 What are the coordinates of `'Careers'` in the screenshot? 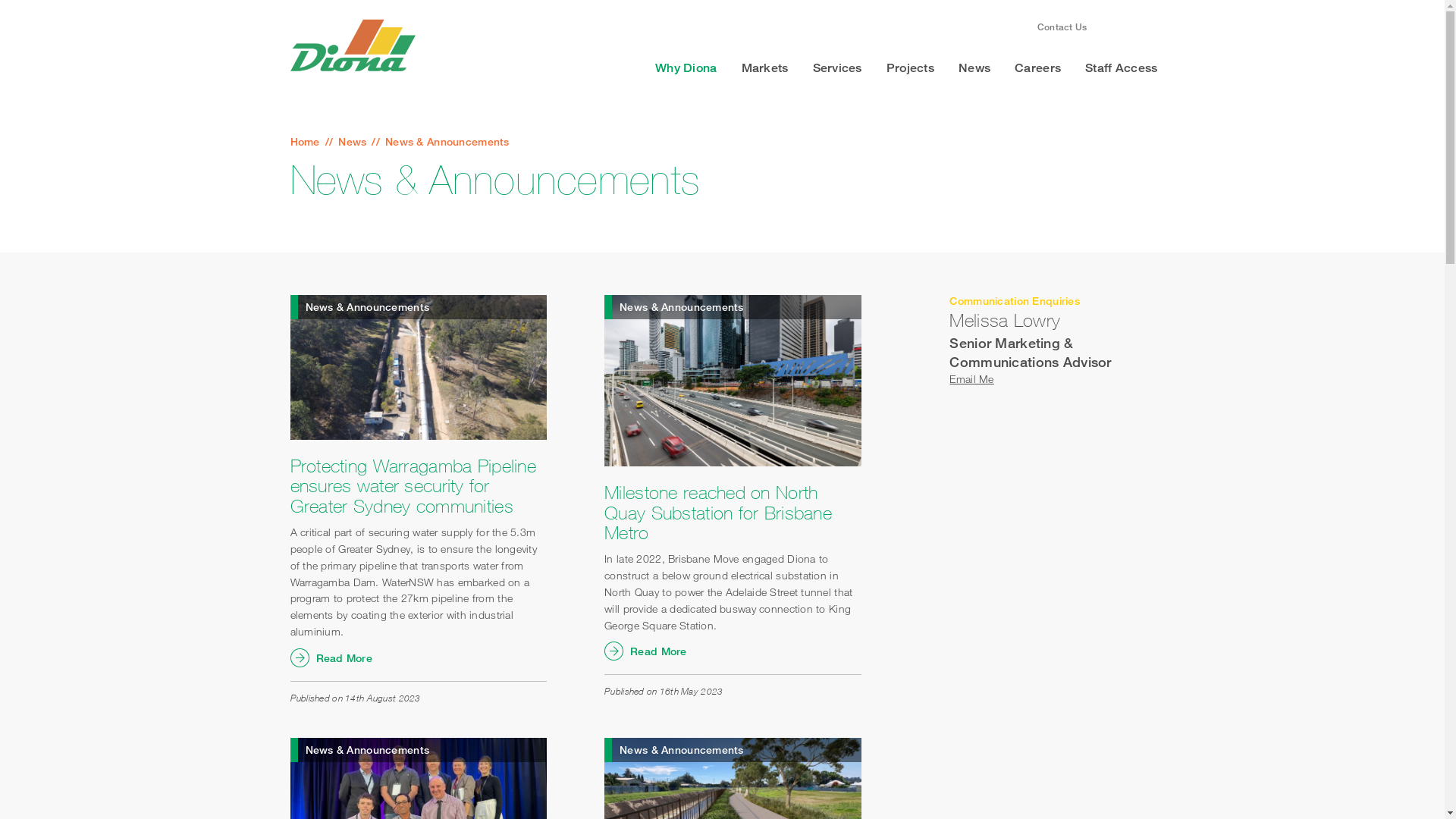 It's located at (1037, 67).